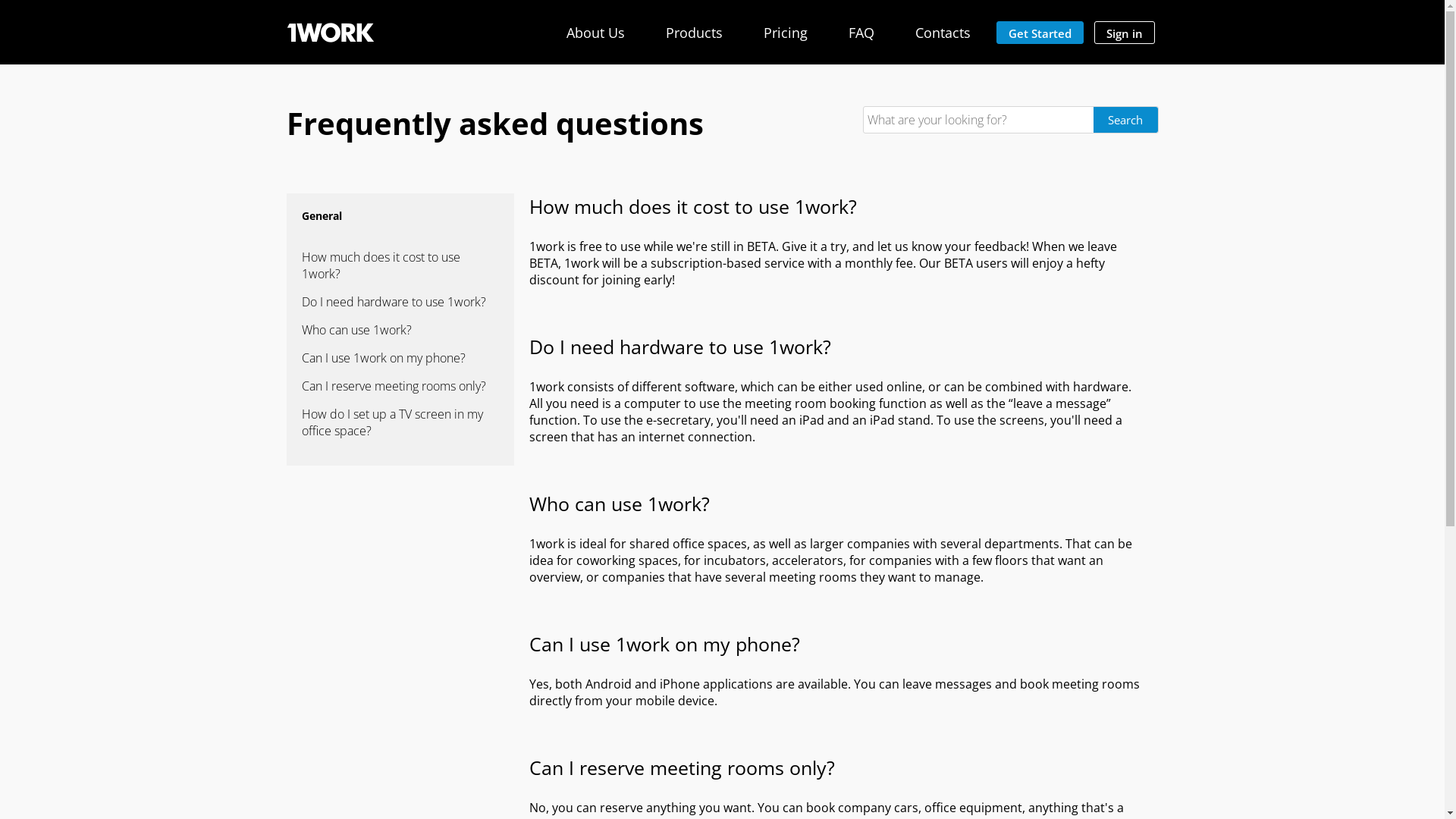 Image resolution: width=1456 pixels, height=819 pixels. Describe the element at coordinates (400, 265) in the screenshot. I see `'How much does it cost to use 1work?'` at that location.